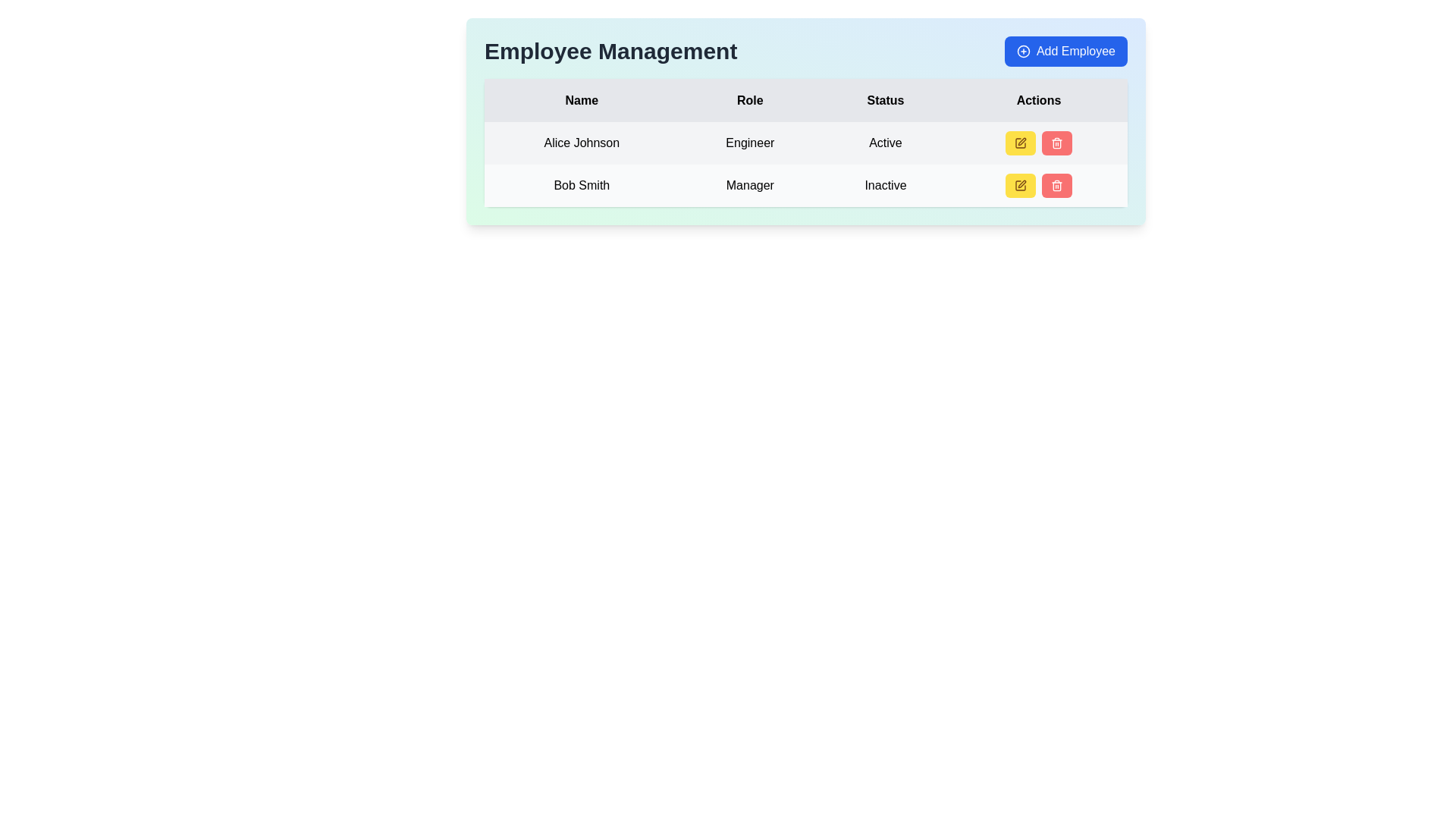 This screenshot has width=1456, height=819. What do you see at coordinates (1056, 143) in the screenshot?
I see `the delete icon button located in the second row under the 'Actions' column of the table` at bounding box center [1056, 143].